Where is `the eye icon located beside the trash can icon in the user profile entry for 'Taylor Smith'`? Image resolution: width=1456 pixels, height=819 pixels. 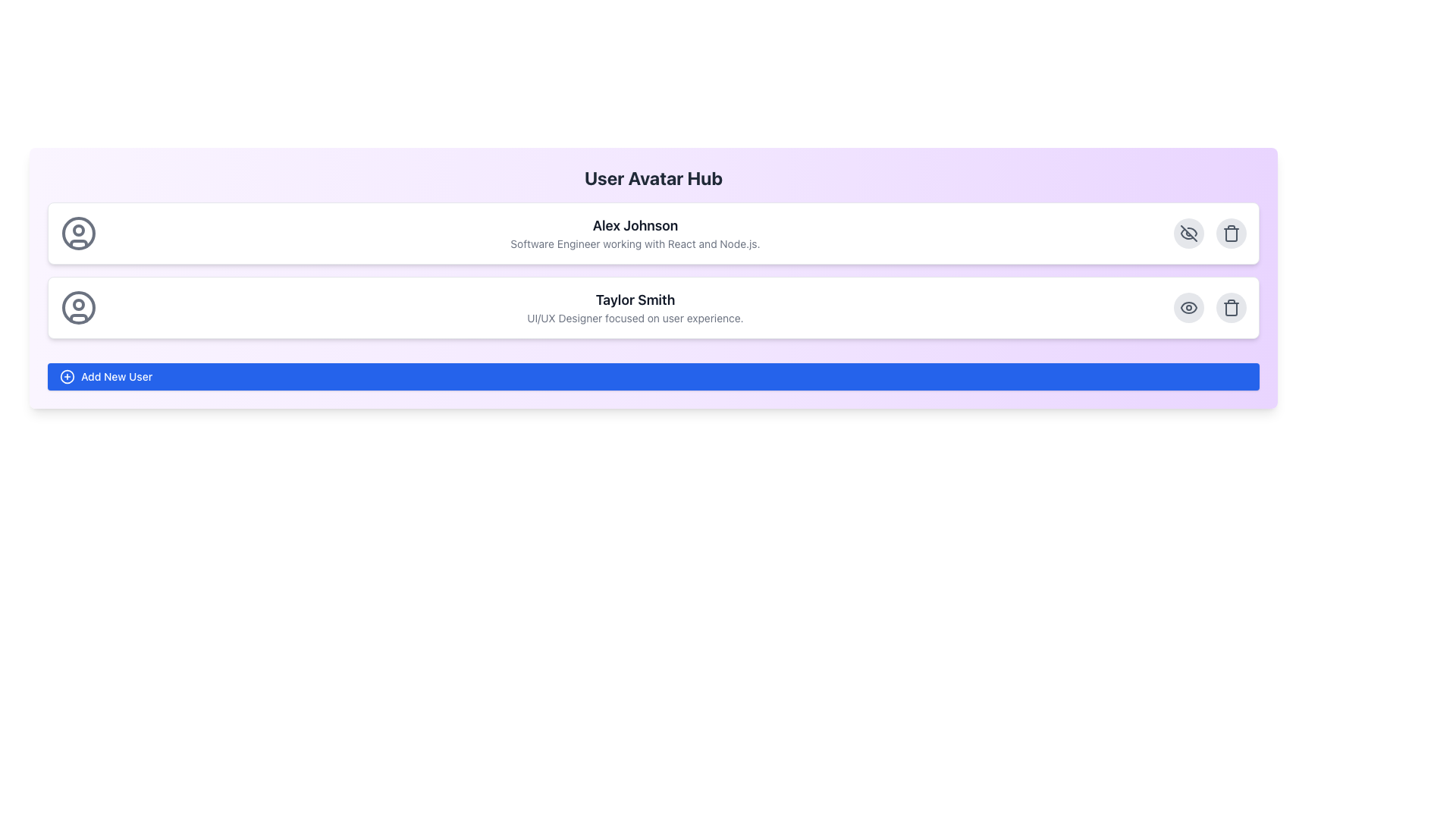
the eye icon located beside the trash can icon in the user profile entry for 'Taylor Smith' is located at coordinates (1188, 307).